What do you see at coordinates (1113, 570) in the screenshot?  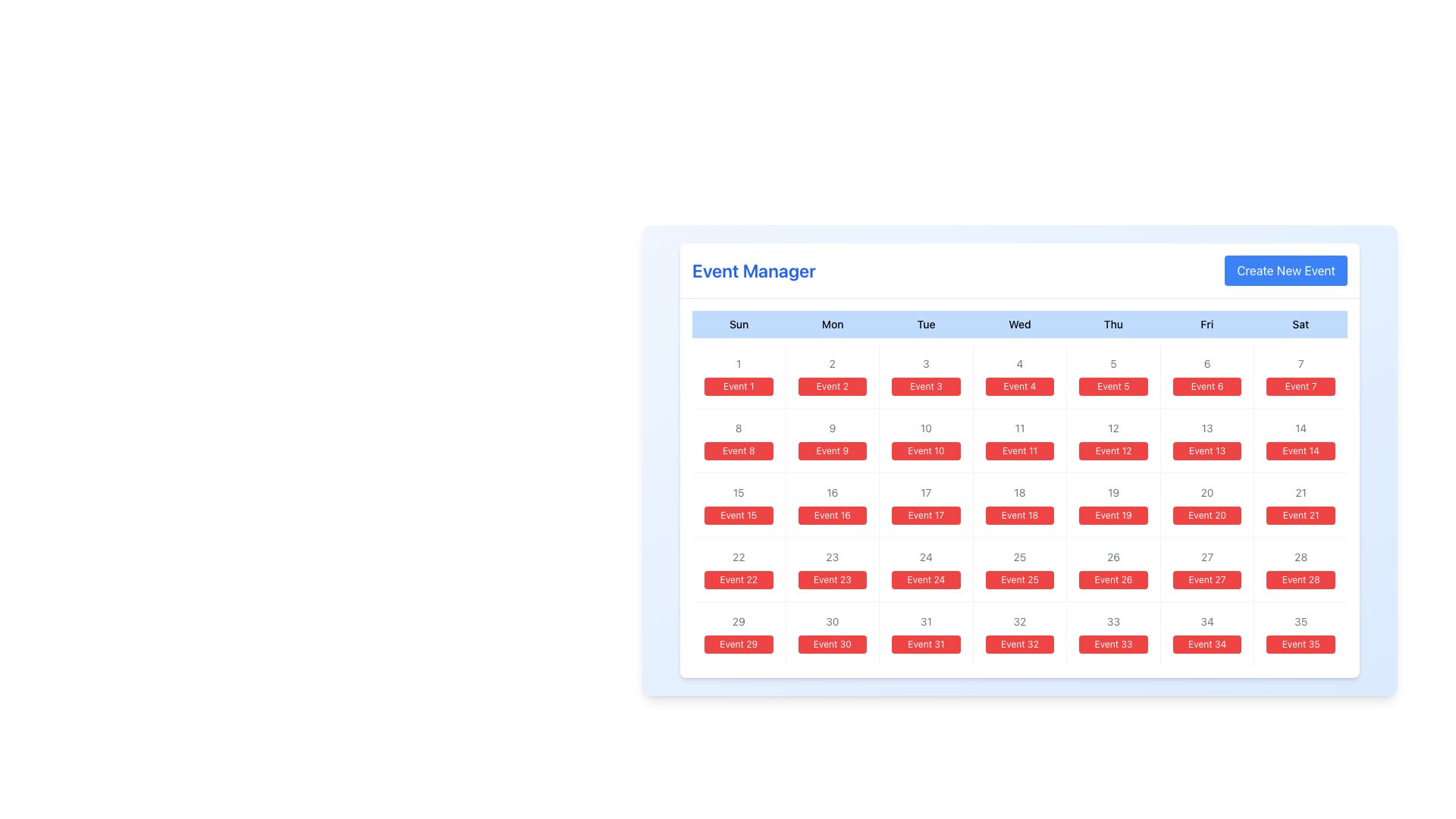 I see `the Date and event indicator representing an event scheduled for the 26th day of the month, located in the 5th column of the 4th row within a 7-column grid layout` at bounding box center [1113, 570].